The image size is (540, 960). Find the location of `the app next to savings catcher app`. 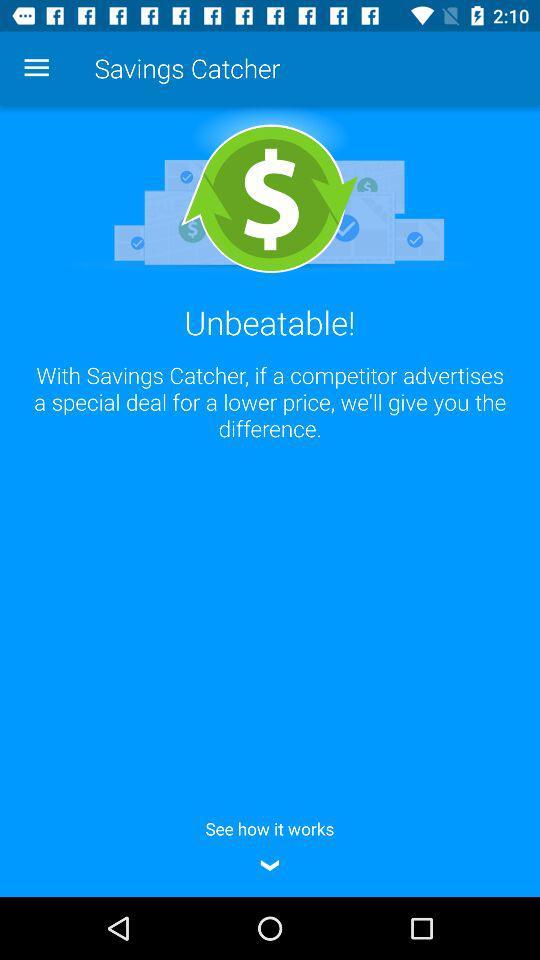

the app next to savings catcher app is located at coordinates (36, 68).